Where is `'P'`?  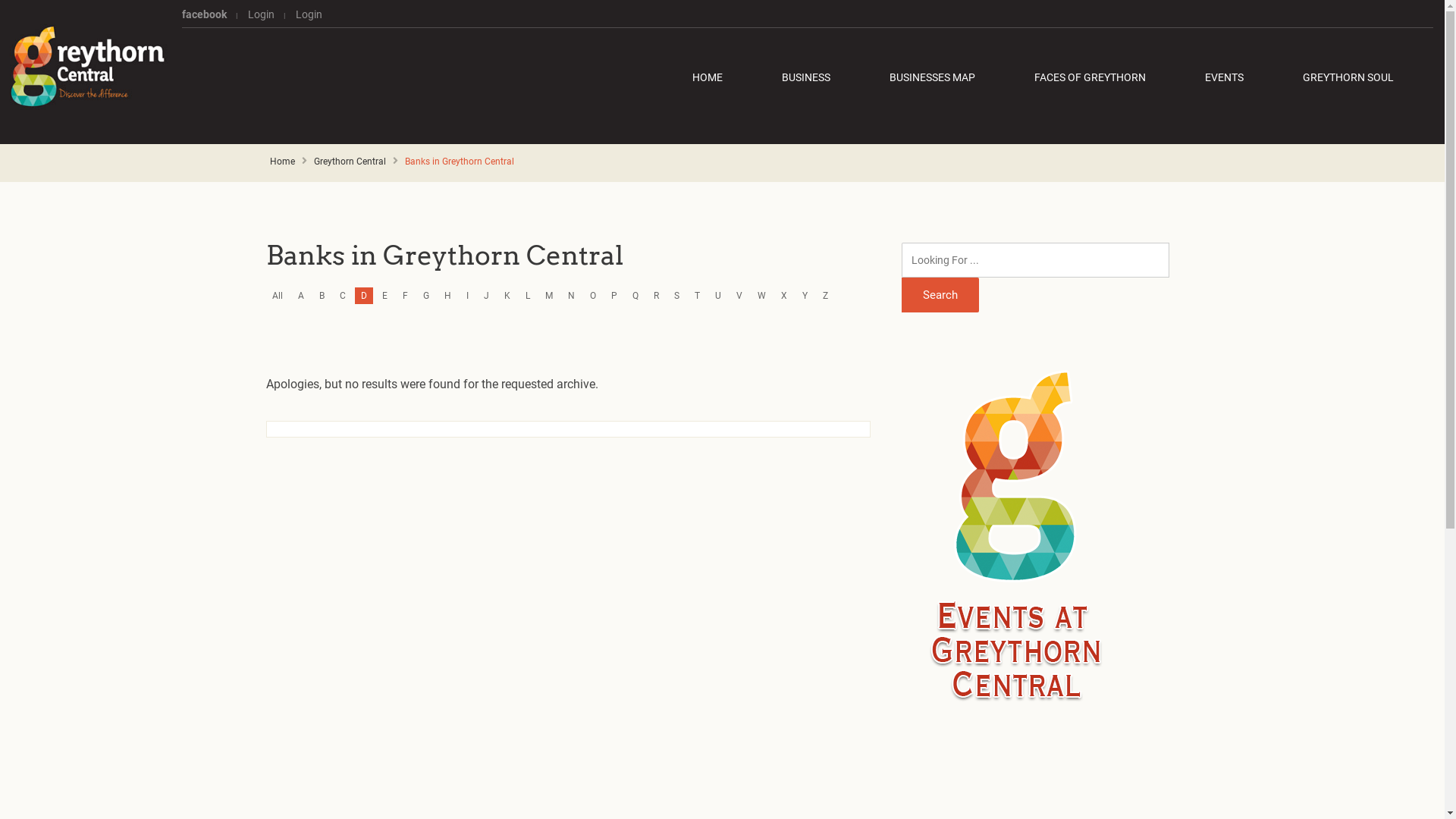 'P' is located at coordinates (614, 295).